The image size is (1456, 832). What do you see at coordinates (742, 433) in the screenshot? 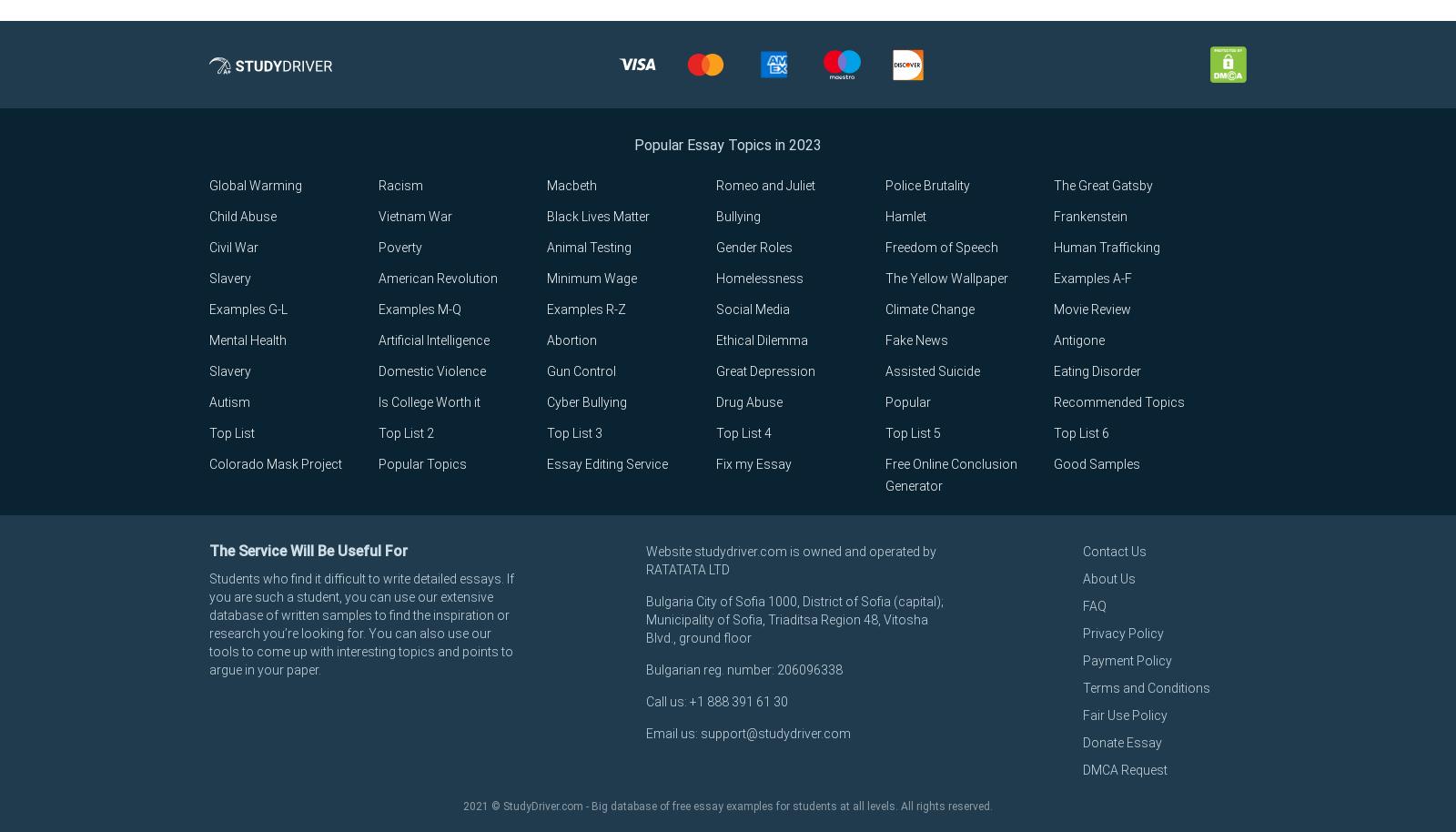
I see `'Top List 4'` at bounding box center [742, 433].